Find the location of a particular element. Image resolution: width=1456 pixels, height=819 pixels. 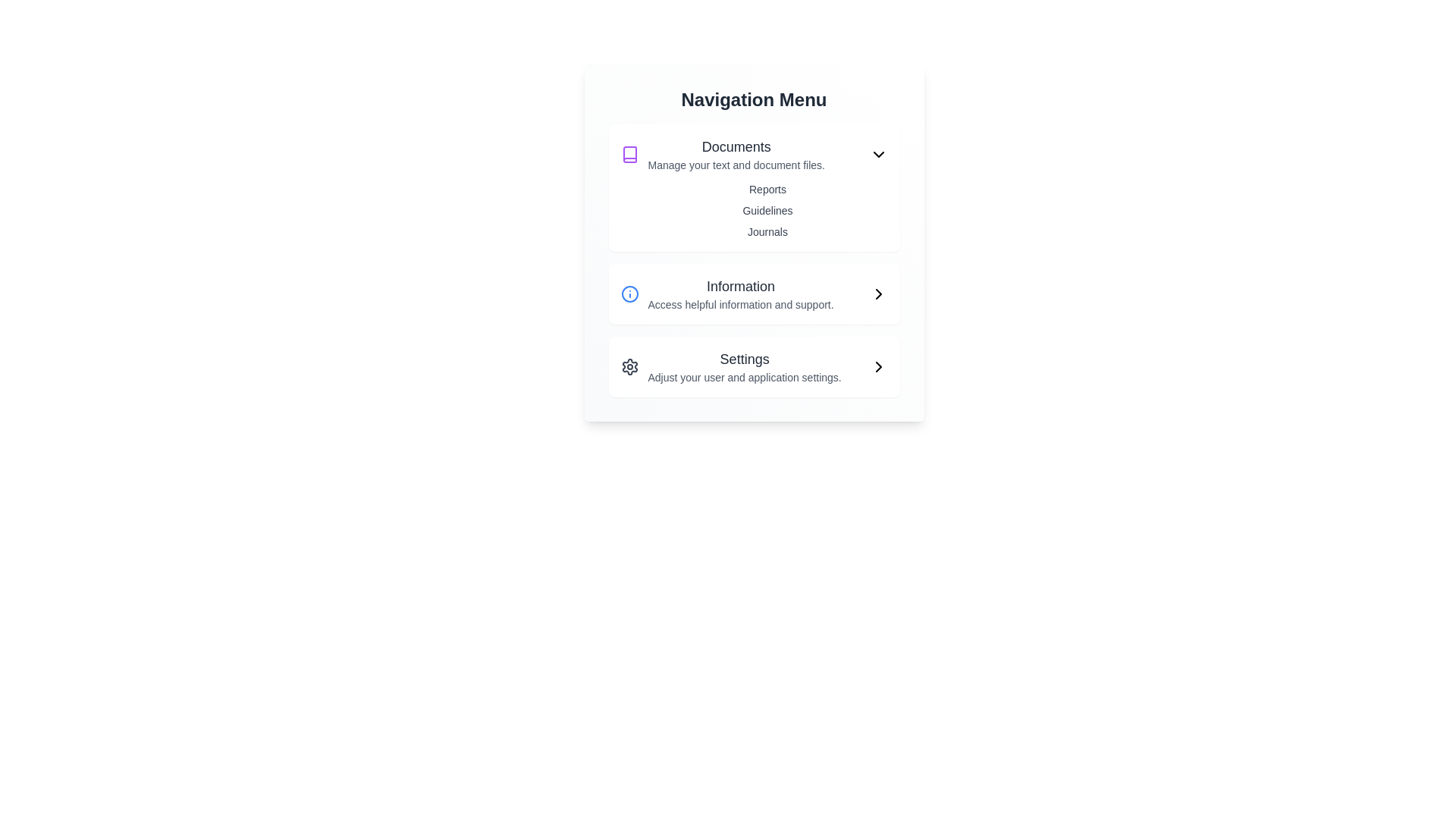

the clickable navigation card located below the 'Information' section in the navigation menu to highlight it is located at coordinates (754, 366).